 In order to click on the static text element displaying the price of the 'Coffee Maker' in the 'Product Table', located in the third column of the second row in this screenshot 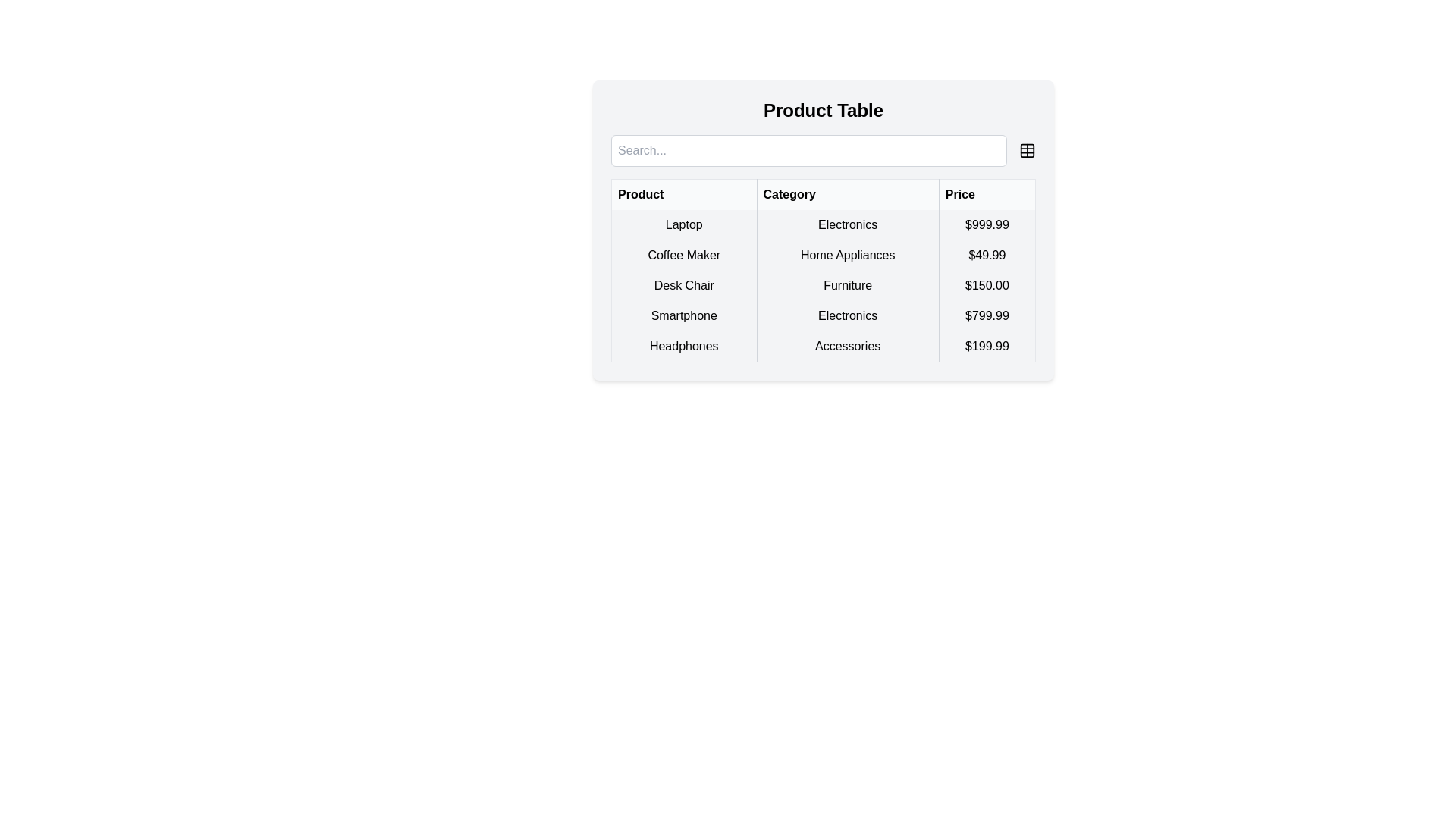, I will do `click(987, 254)`.